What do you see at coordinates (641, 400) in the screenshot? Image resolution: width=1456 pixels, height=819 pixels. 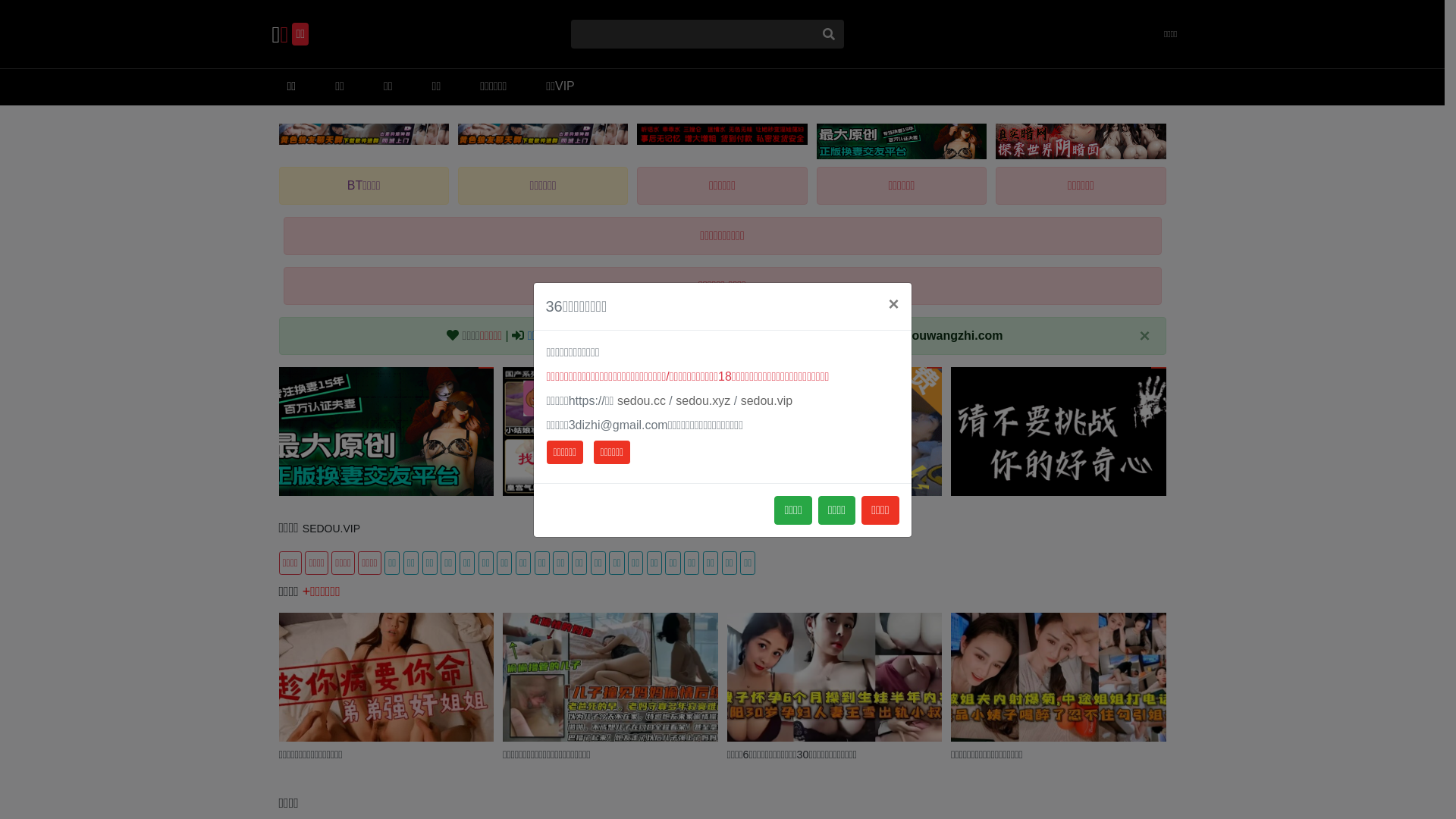 I see `'sedou.cc'` at bounding box center [641, 400].